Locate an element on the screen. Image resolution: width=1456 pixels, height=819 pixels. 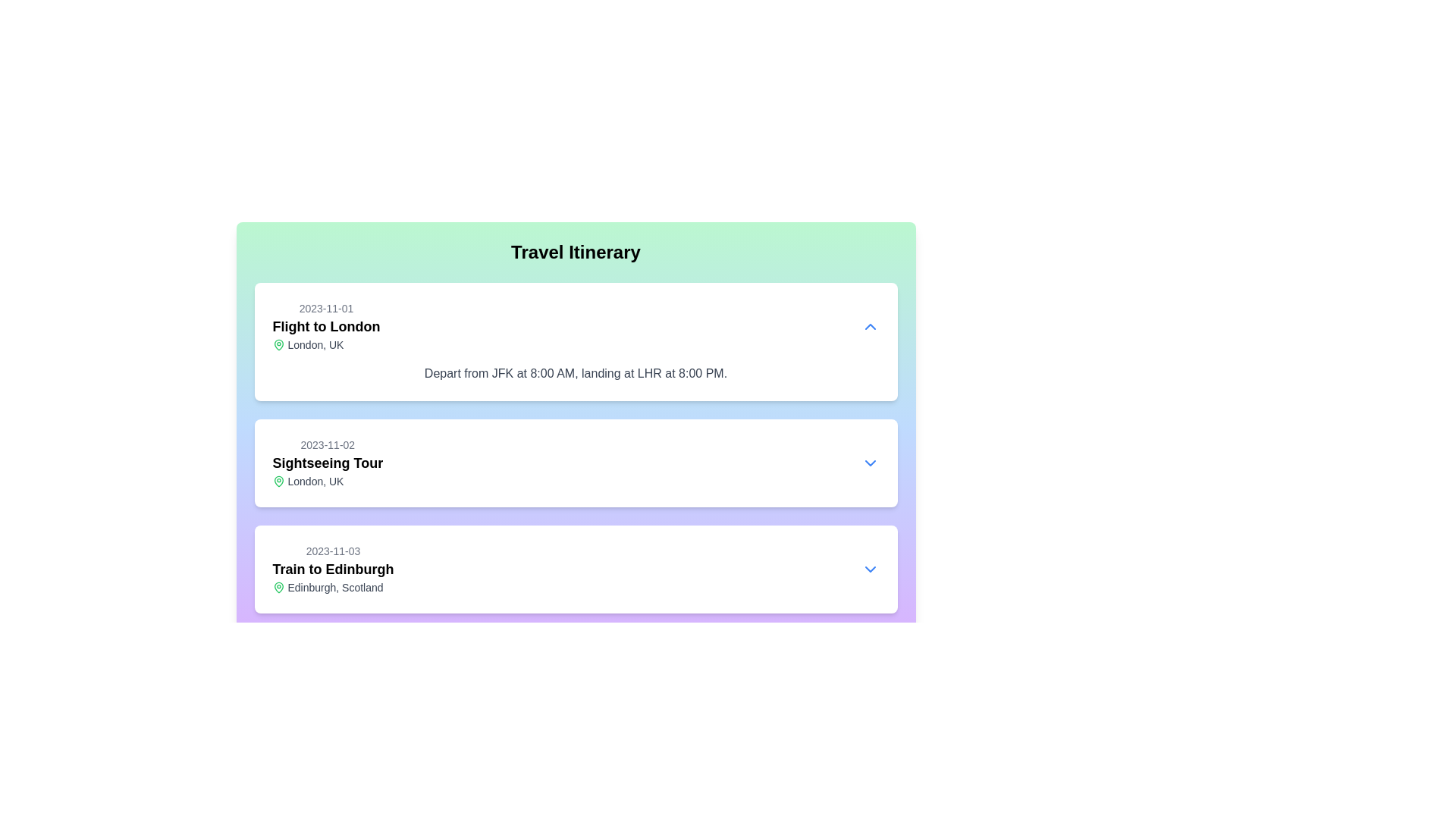
the second list item is located at coordinates (575, 447).